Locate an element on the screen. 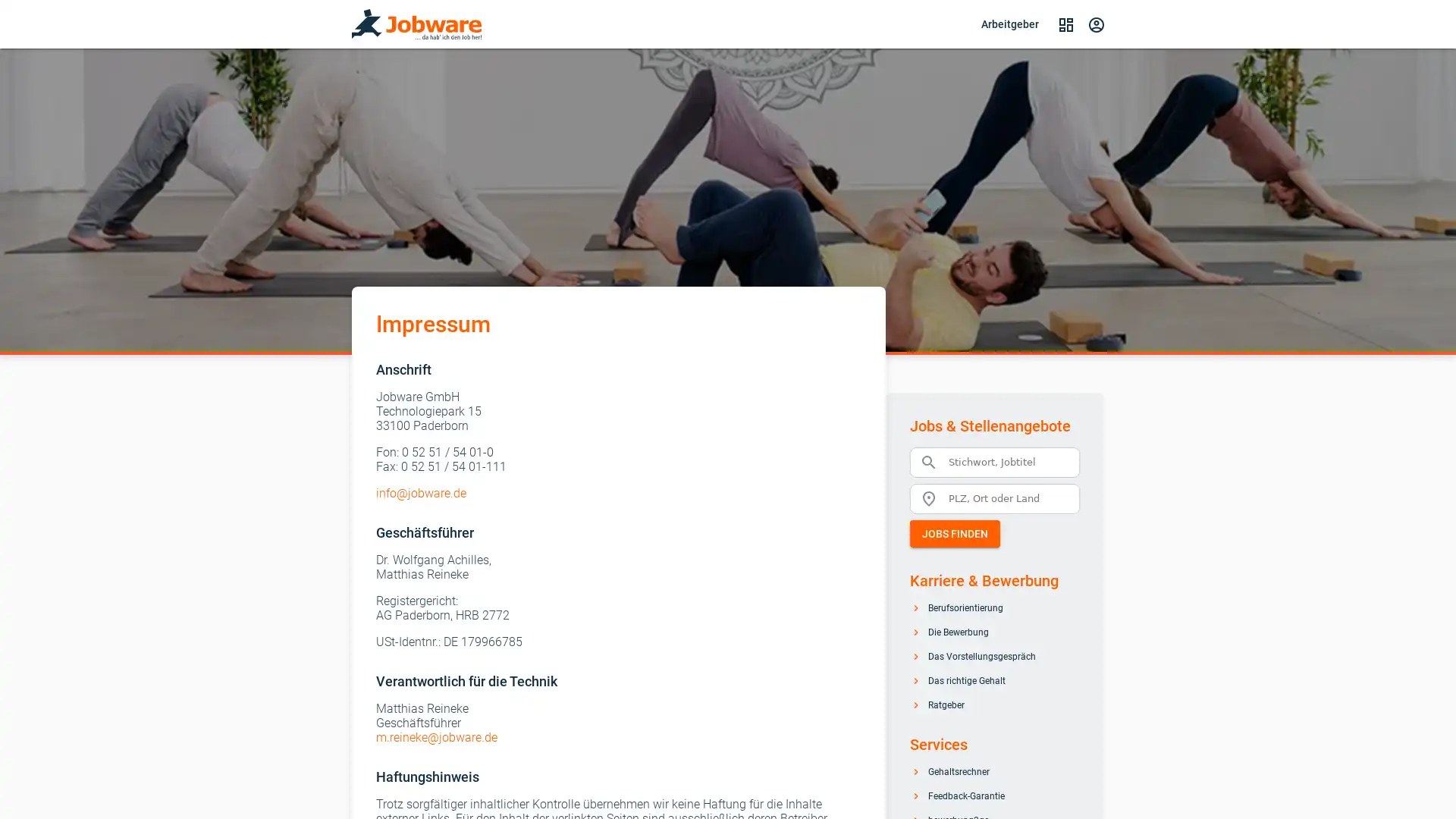 Image resolution: width=1456 pixels, height=819 pixels. Login is located at coordinates (1096, 24).